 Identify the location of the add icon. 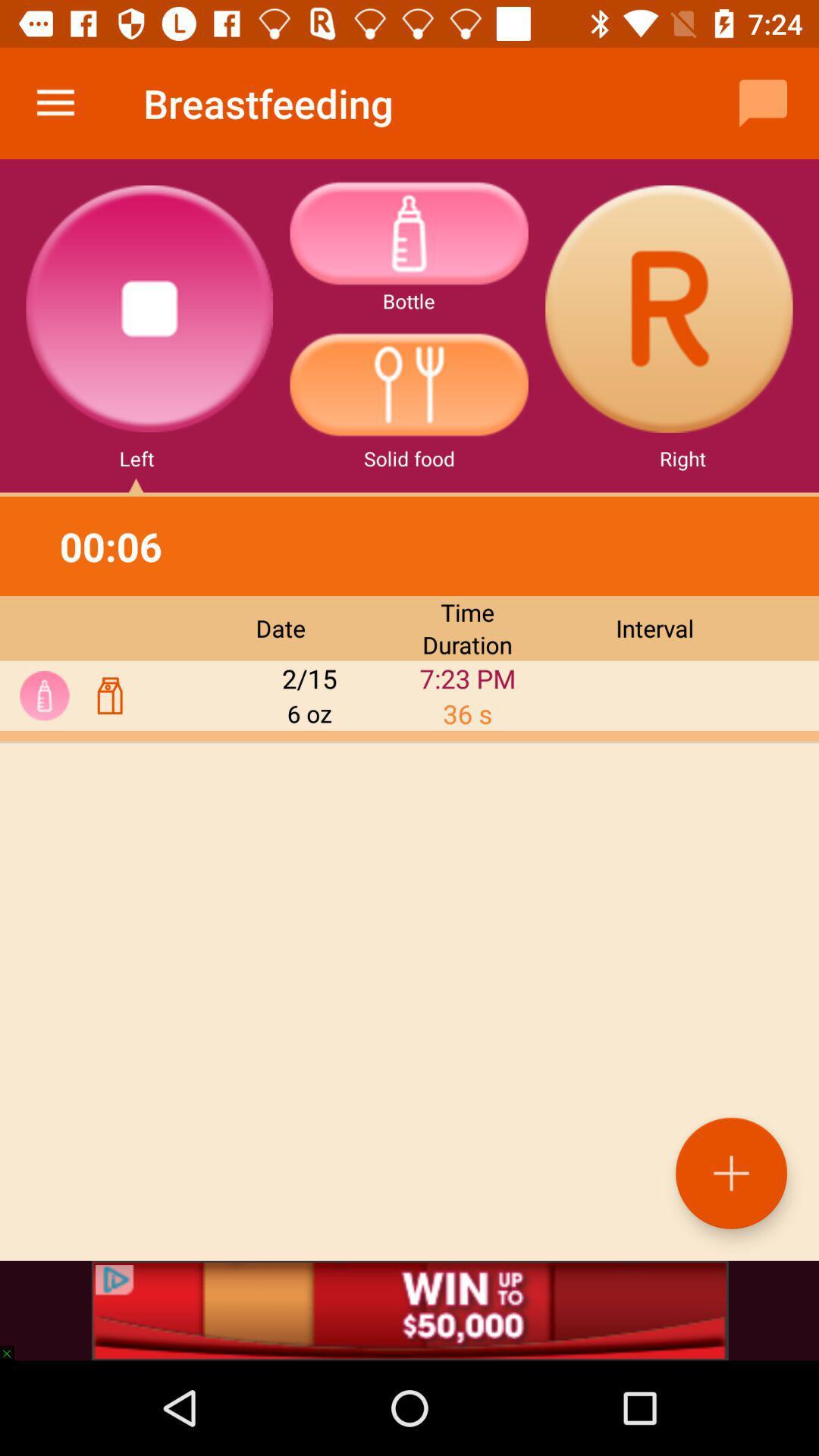
(730, 1172).